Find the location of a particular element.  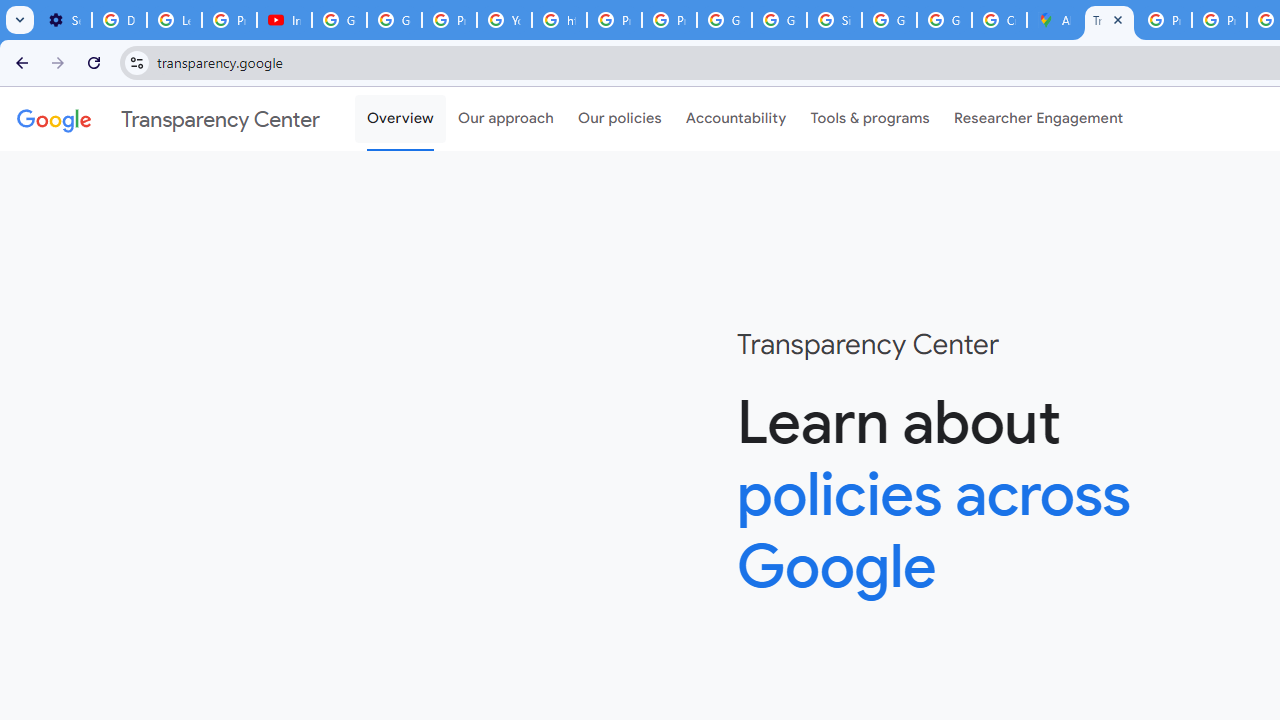

'Researcher Engagement' is located at coordinates (1038, 119).